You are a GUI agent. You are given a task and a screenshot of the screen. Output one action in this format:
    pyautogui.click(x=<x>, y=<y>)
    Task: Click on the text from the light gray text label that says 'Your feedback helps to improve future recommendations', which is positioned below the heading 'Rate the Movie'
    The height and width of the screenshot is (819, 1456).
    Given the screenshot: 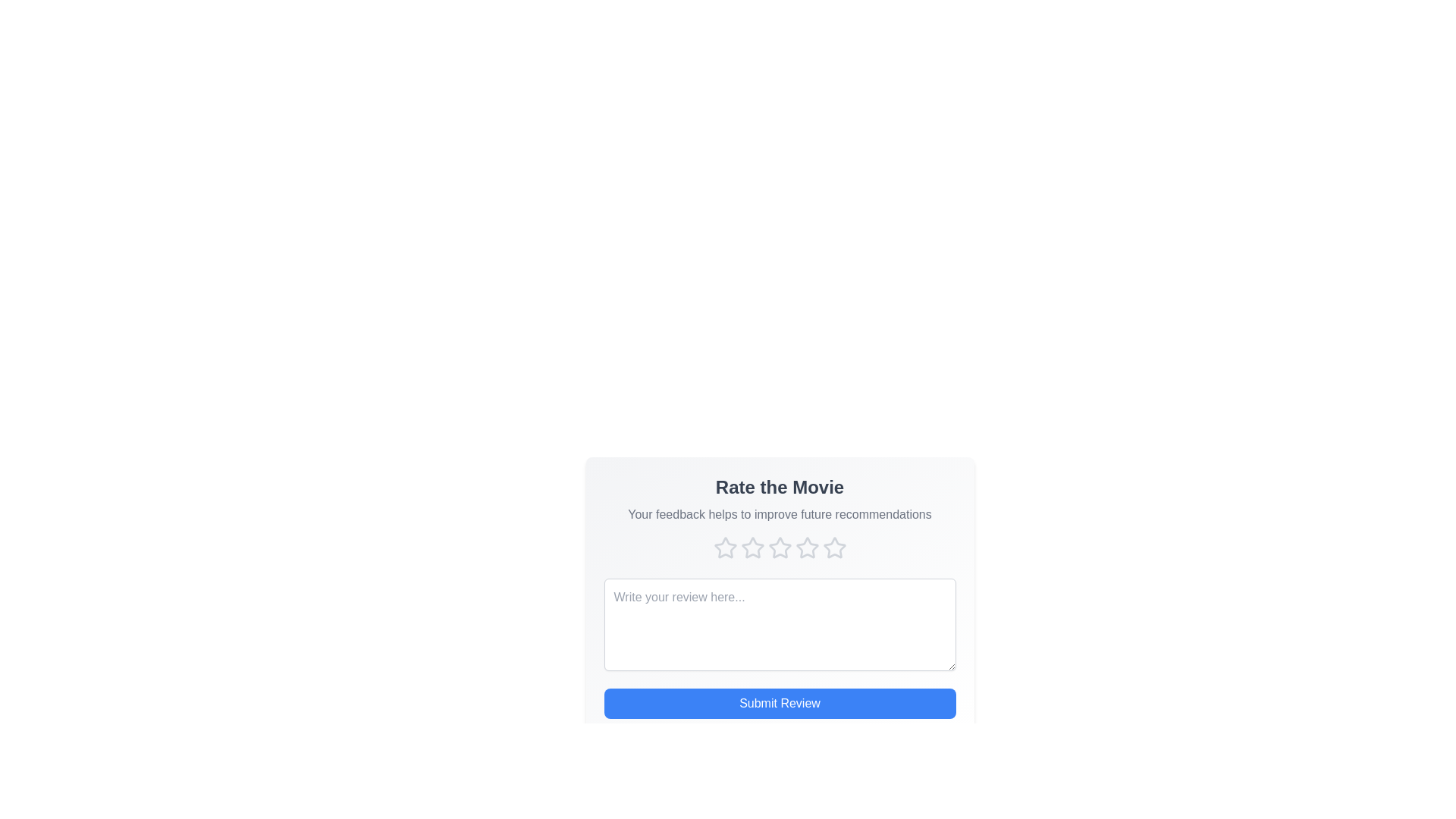 What is the action you would take?
    pyautogui.click(x=780, y=513)
    